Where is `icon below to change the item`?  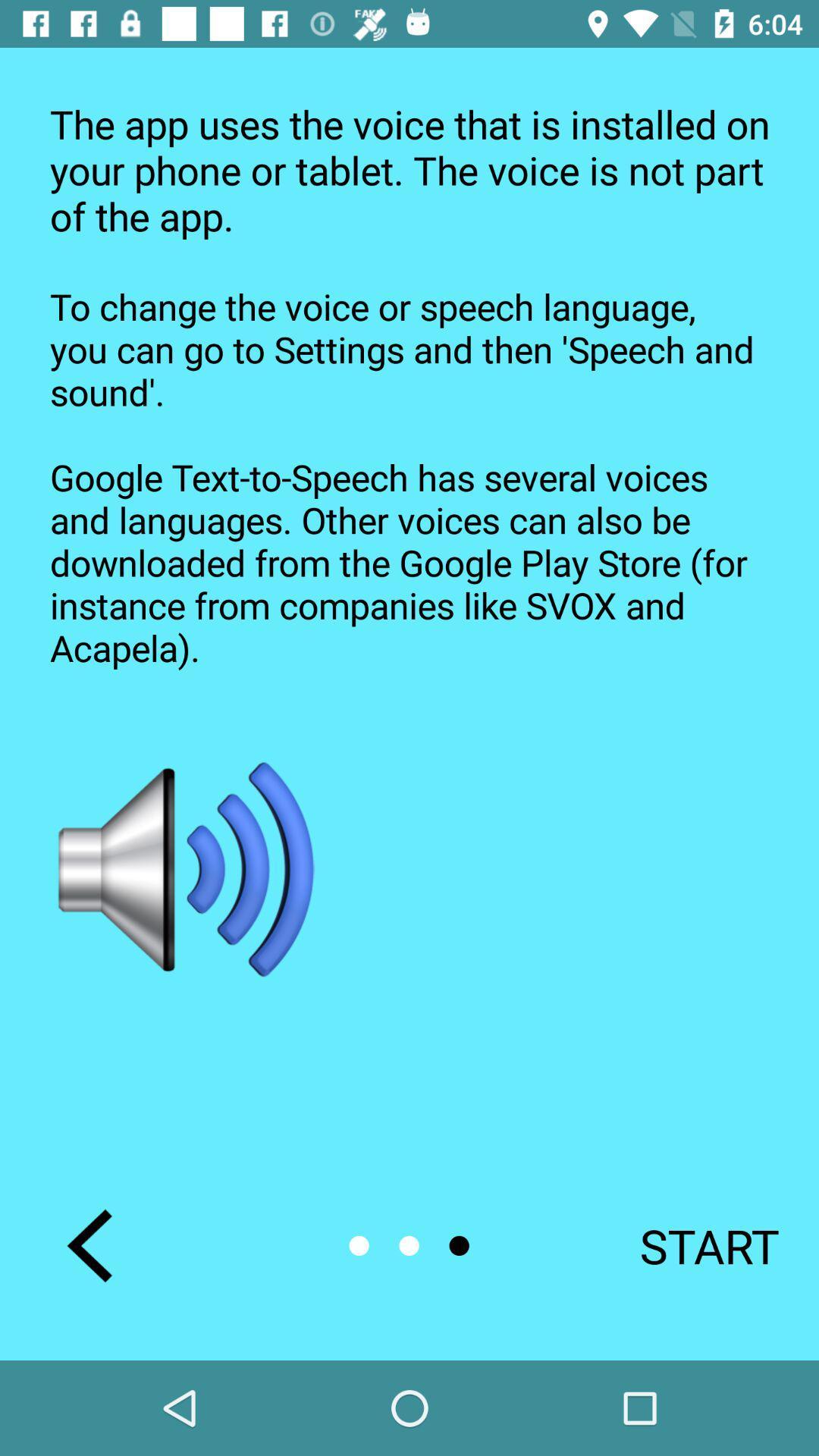 icon below to change the item is located at coordinates (689, 1245).